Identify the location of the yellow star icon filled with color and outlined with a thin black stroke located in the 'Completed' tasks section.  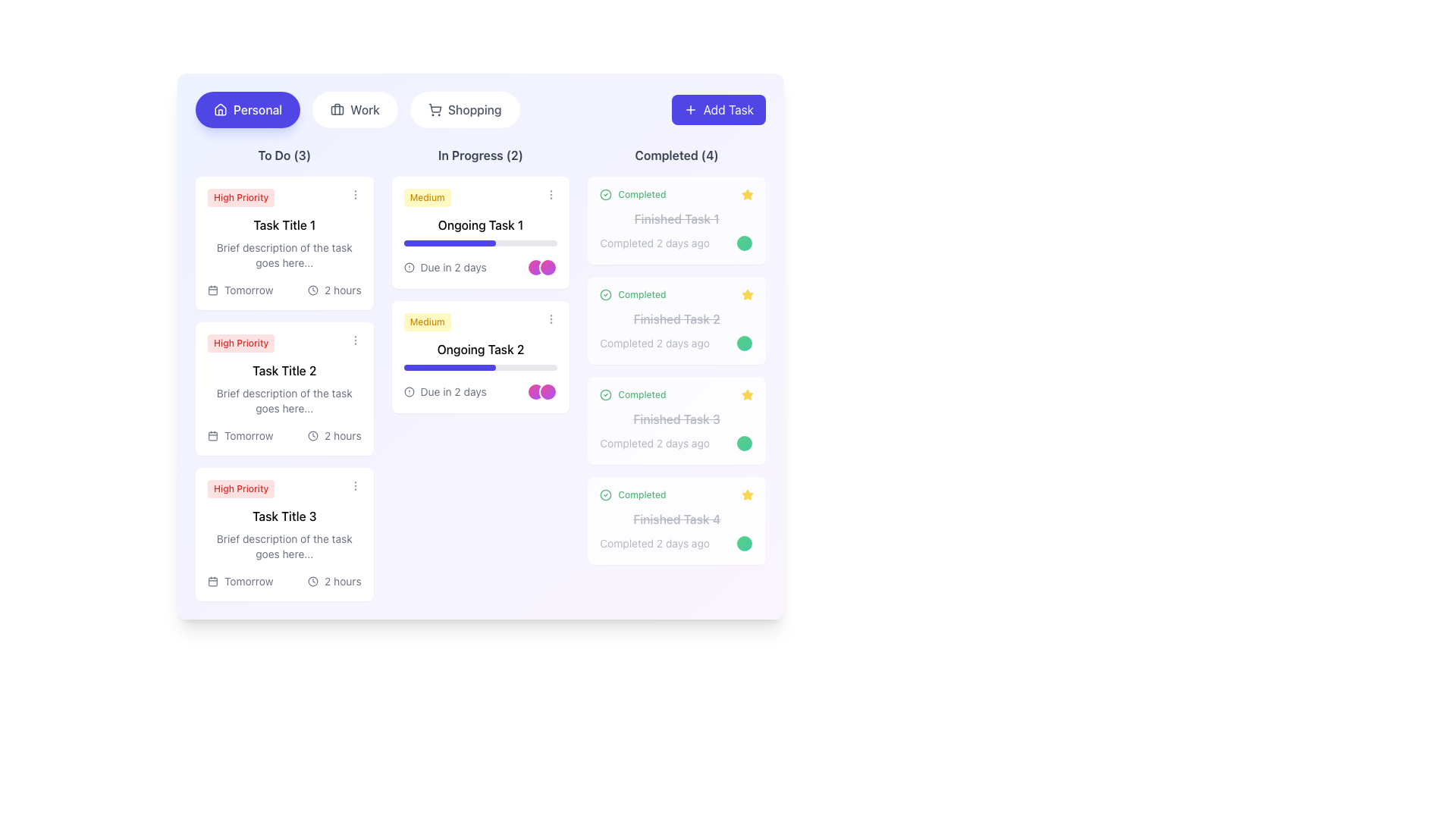
(747, 394).